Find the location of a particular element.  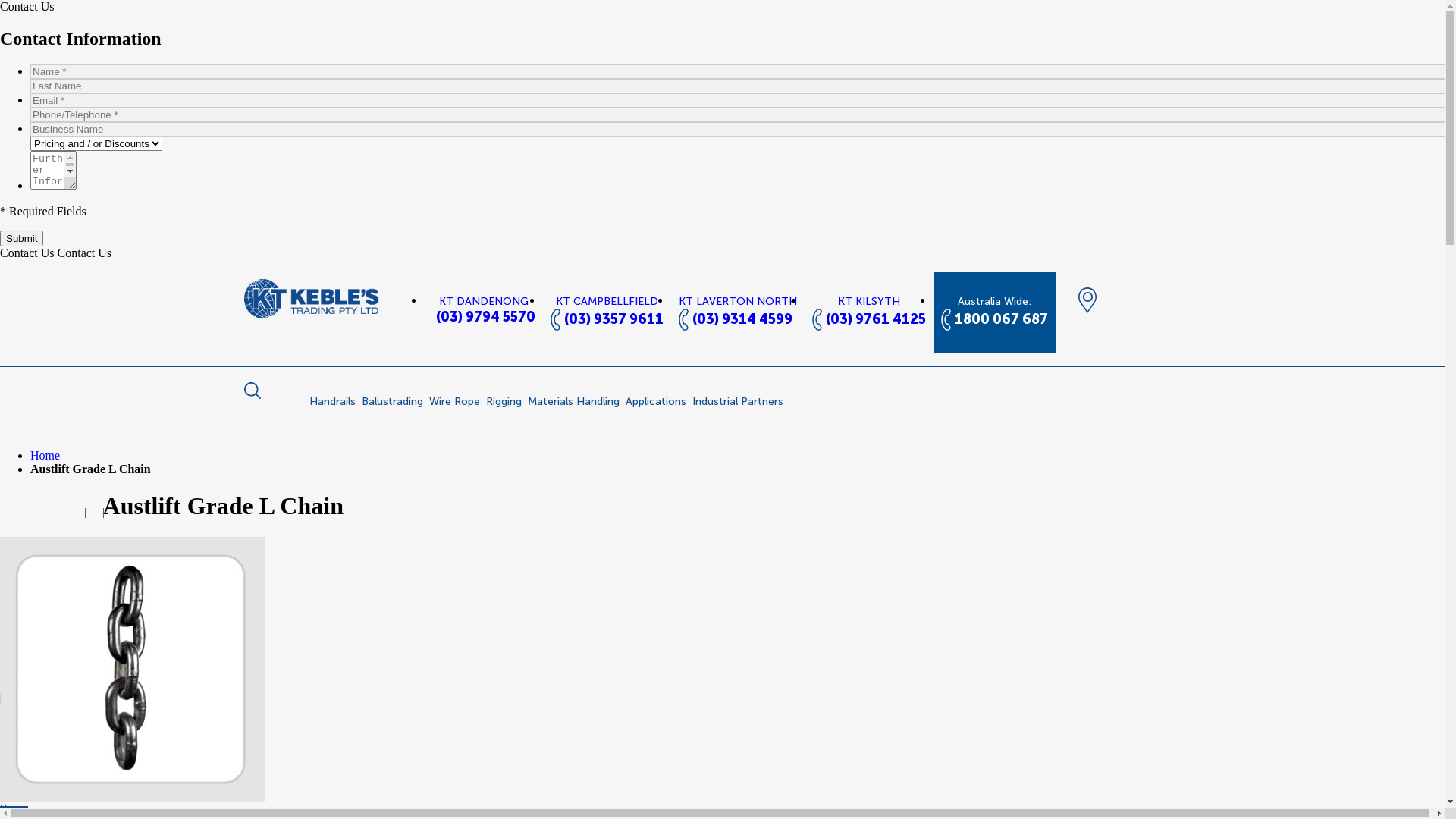

'Applications' is located at coordinates (655, 400).